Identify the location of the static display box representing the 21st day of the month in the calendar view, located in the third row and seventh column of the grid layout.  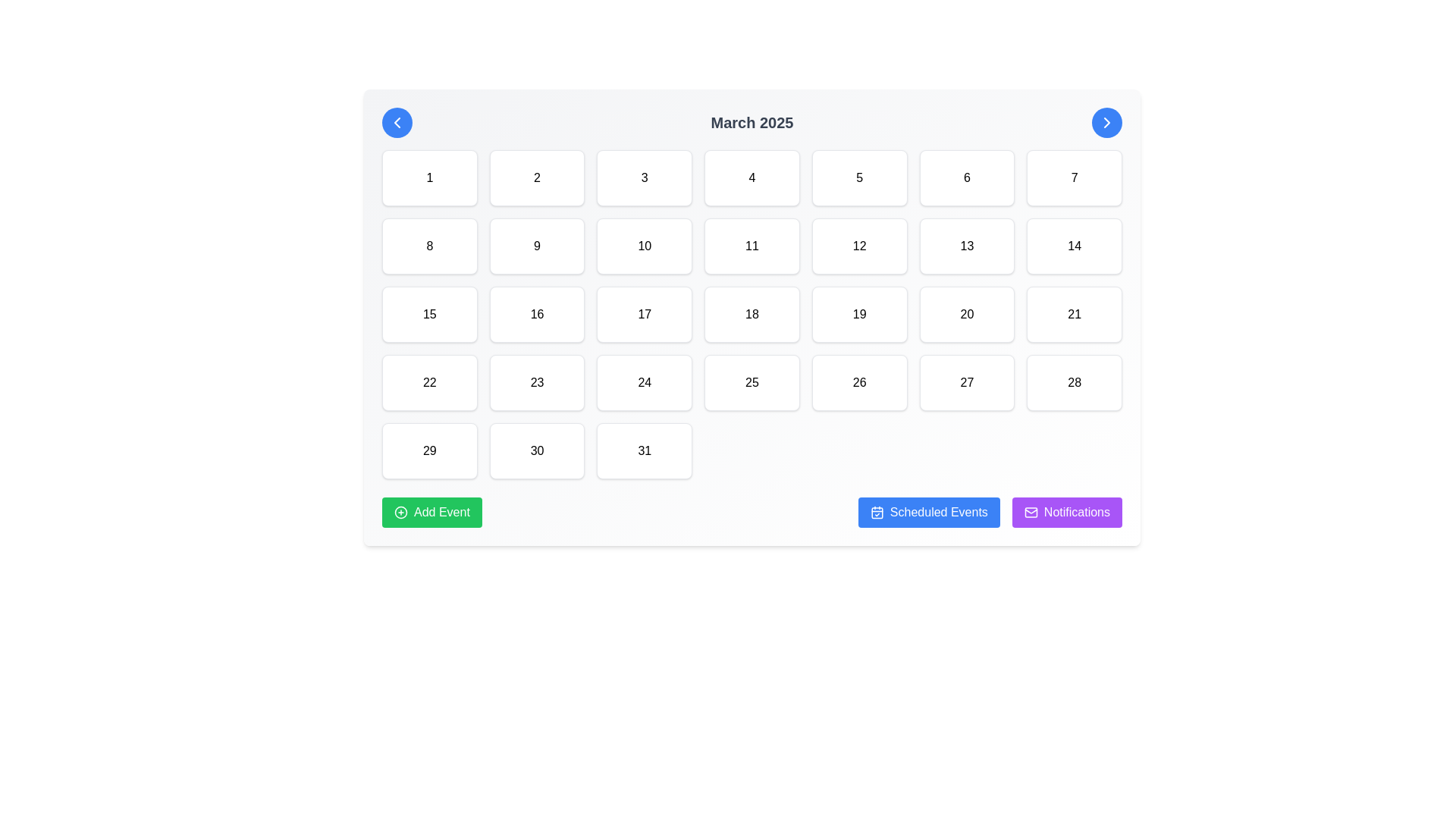
(1074, 314).